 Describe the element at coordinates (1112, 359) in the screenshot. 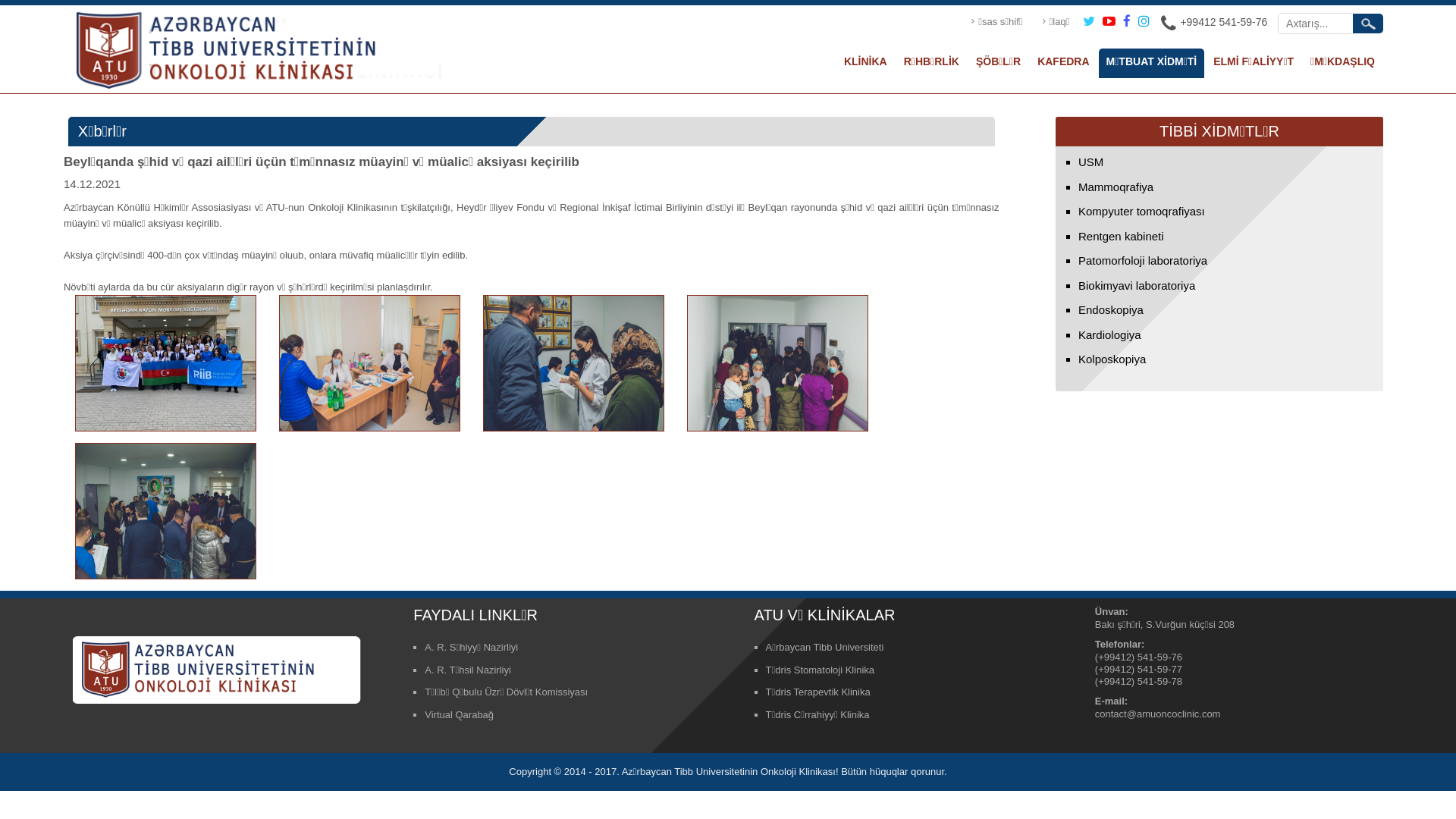

I see `'Kolposkopiya'` at that location.